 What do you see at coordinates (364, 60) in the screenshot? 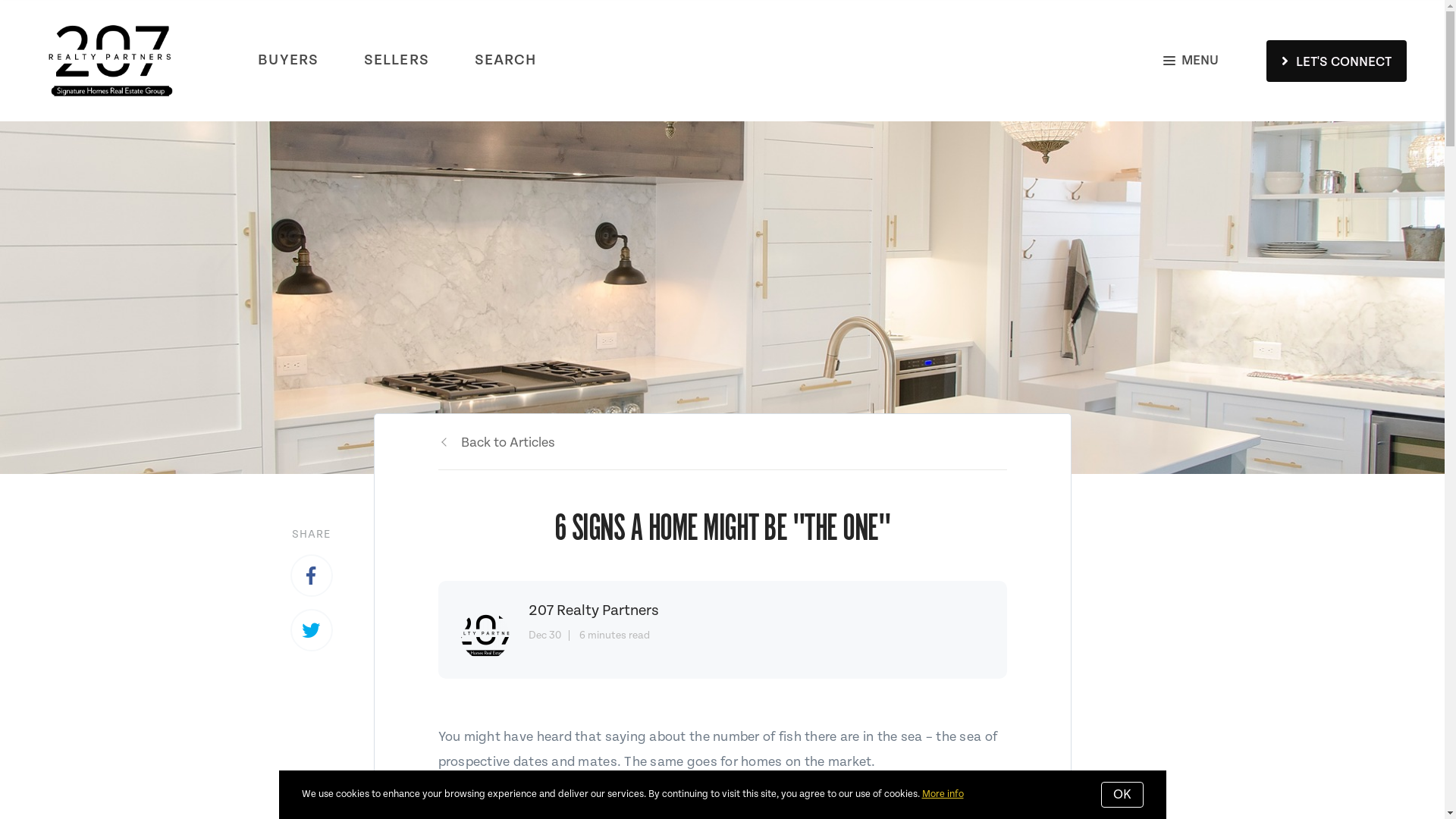
I see `'SELLERS'` at bounding box center [364, 60].